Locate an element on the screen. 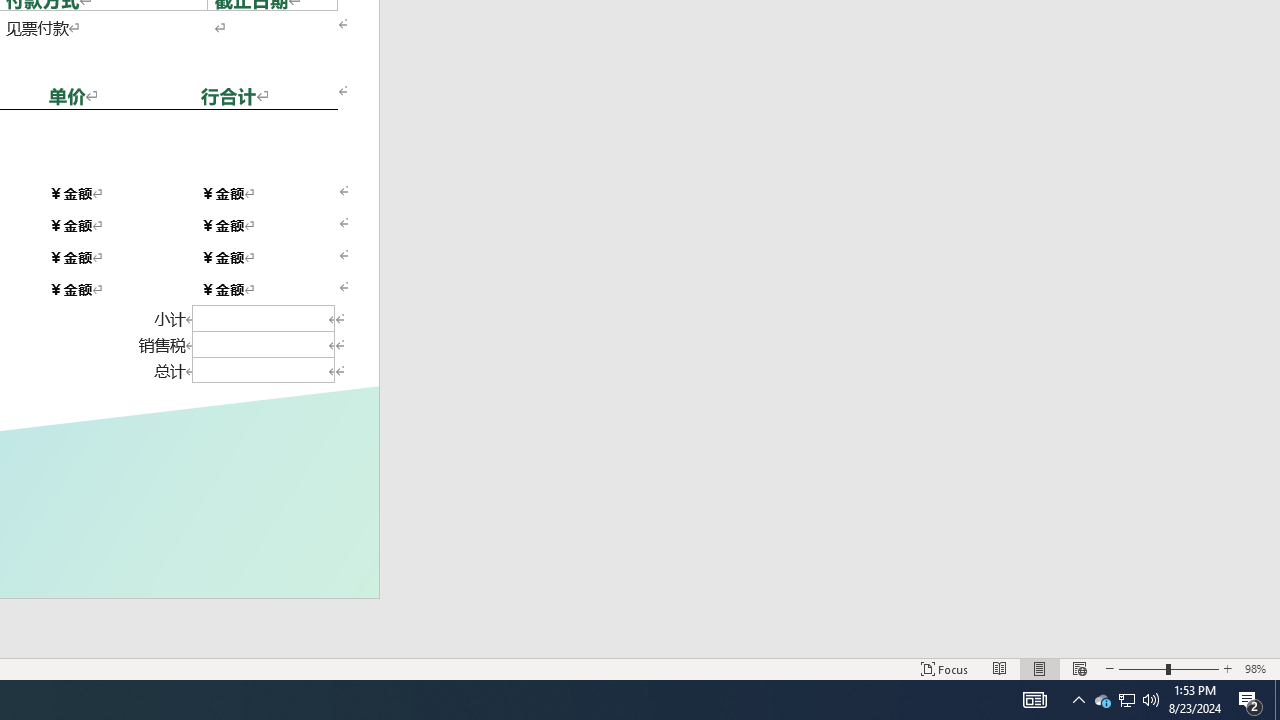 This screenshot has width=1280, height=720. 'Zoom 98%' is located at coordinates (1257, 669).